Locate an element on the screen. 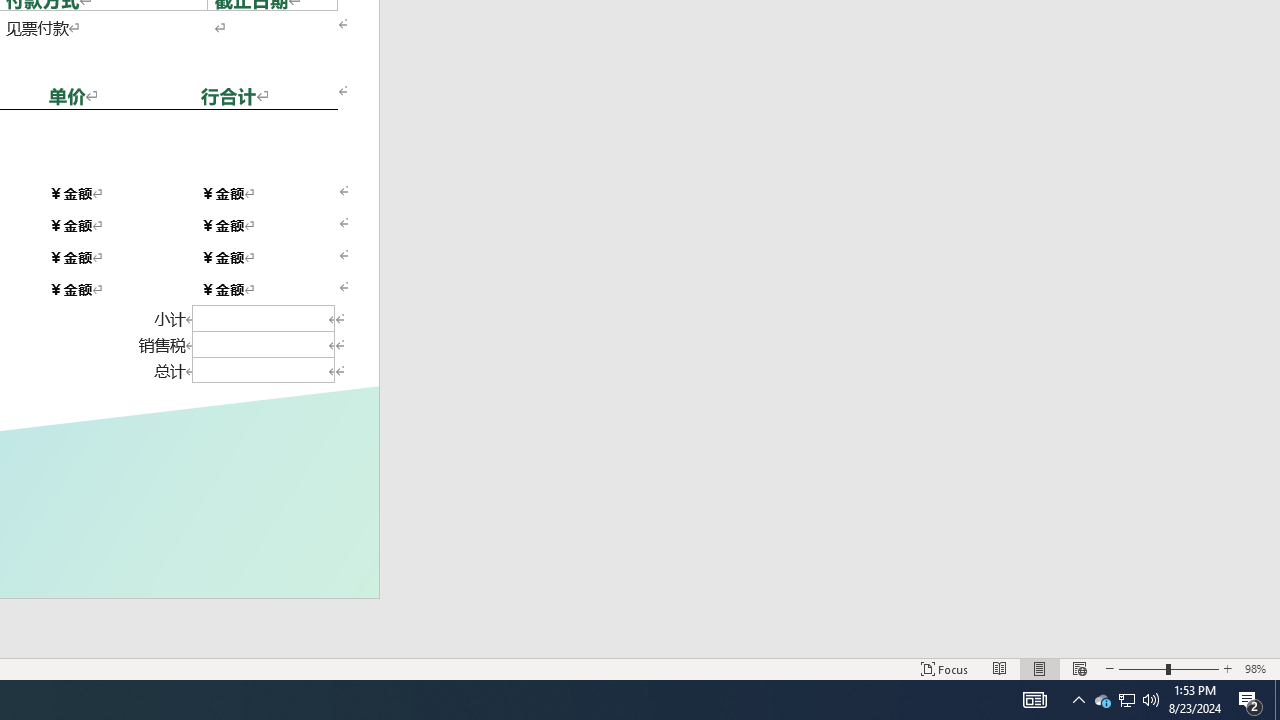 This screenshot has width=1280, height=720. 'Zoom 98%' is located at coordinates (1257, 669).